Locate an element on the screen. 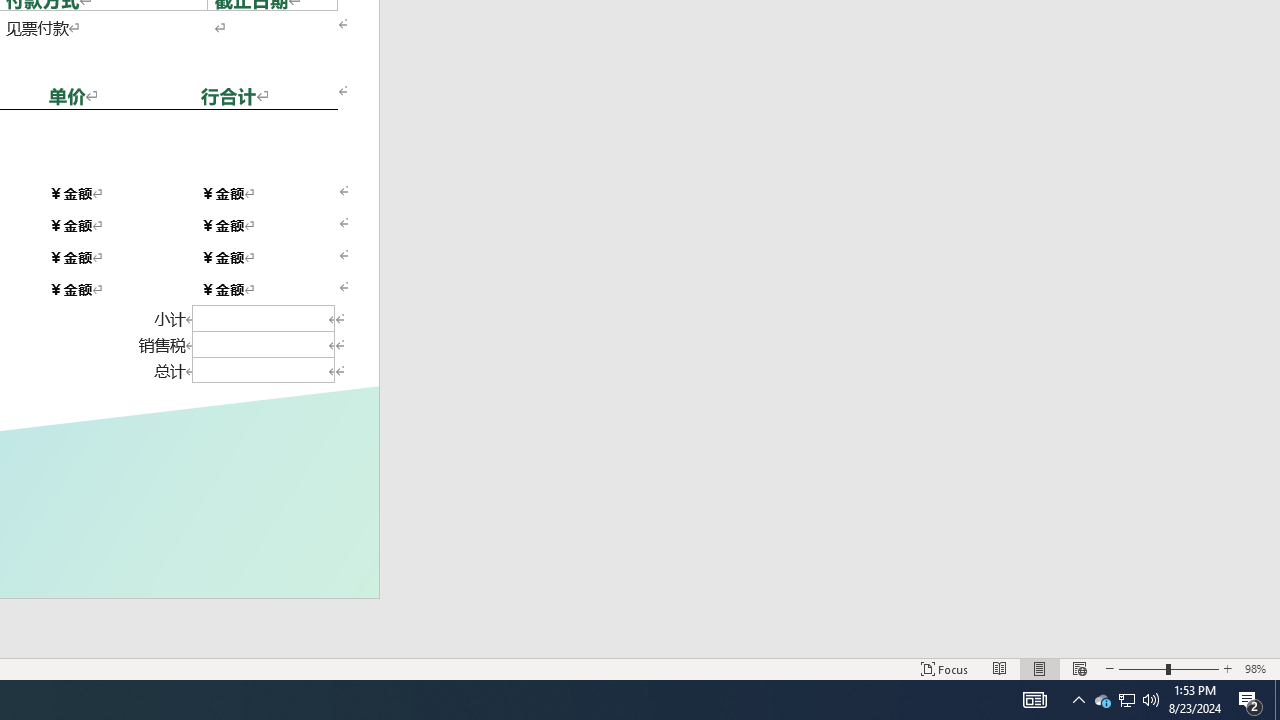 This screenshot has width=1280, height=720. 'Zoom 98%' is located at coordinates (1257, 669).